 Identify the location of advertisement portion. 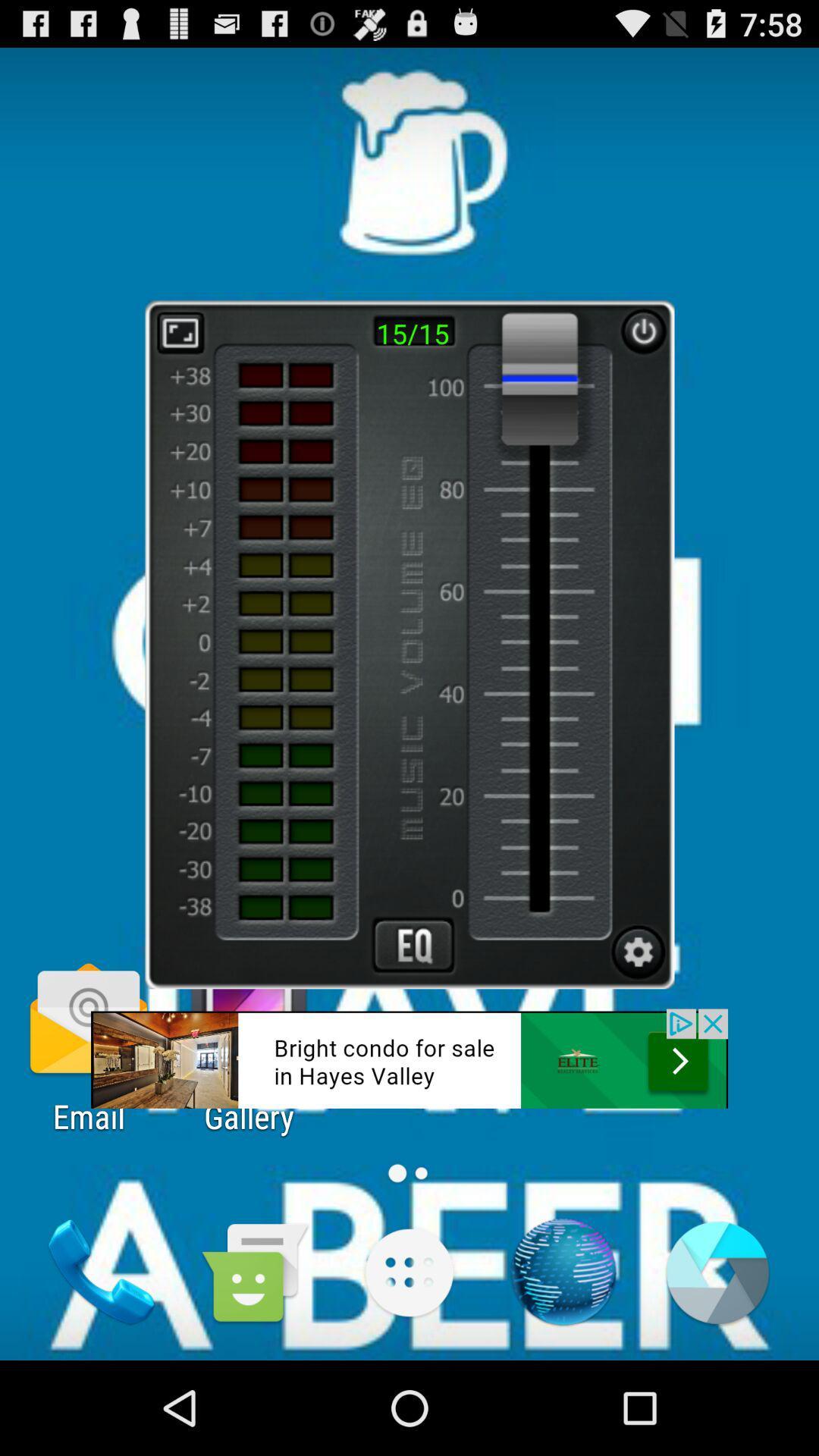
(409, 1058).